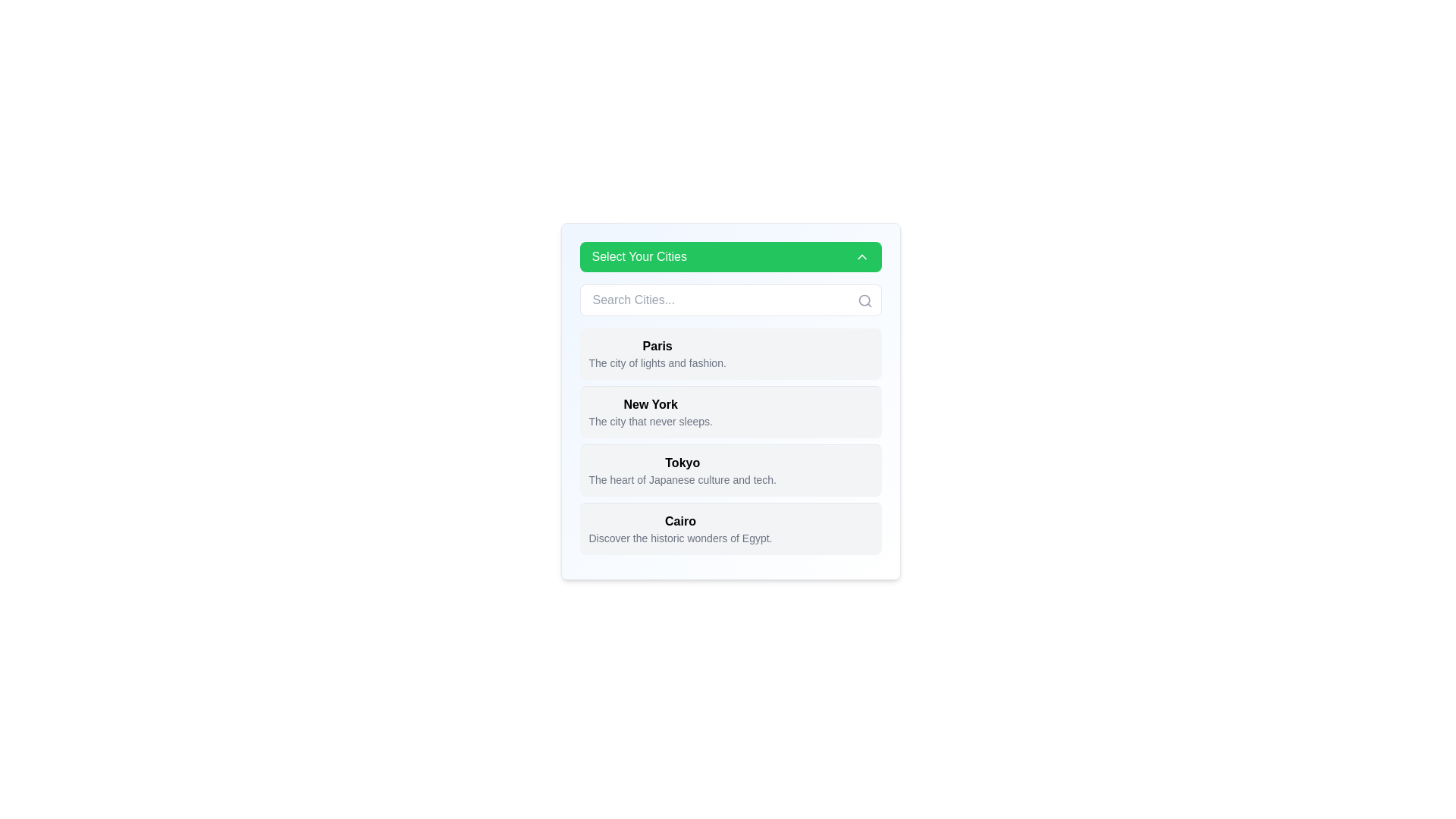 Image resolution: width=1456 pixels, height=819 pixels. I want to click on to select the list item containing the bold title 'New York' in the dropdown menu titled 'Select Your Cities.', so click(651, 412).